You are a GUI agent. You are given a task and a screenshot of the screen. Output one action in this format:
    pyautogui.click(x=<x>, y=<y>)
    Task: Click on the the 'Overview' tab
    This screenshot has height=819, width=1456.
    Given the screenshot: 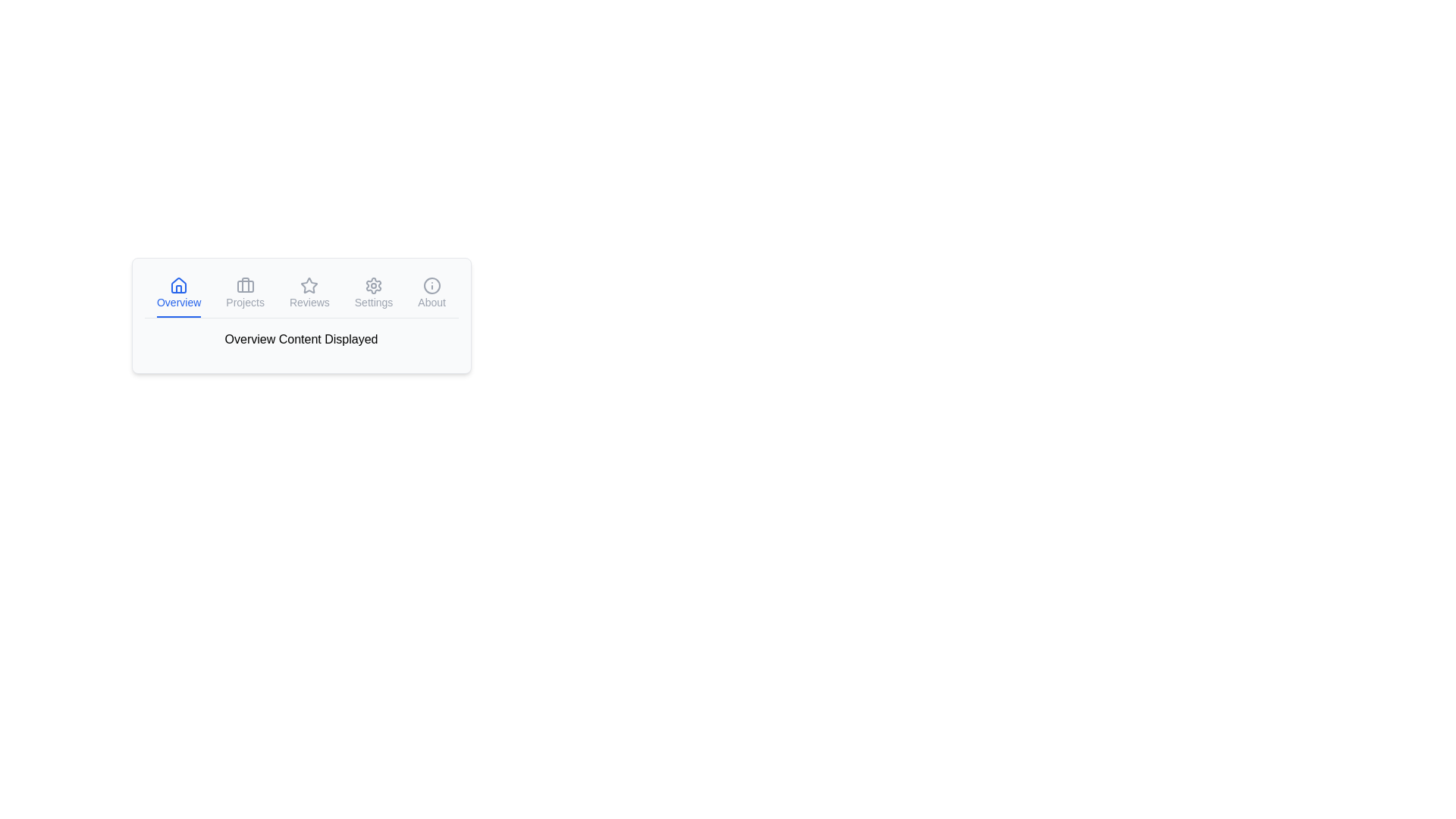 What is the action you would take?
    pyautogui.click(x=179, y=294)
    